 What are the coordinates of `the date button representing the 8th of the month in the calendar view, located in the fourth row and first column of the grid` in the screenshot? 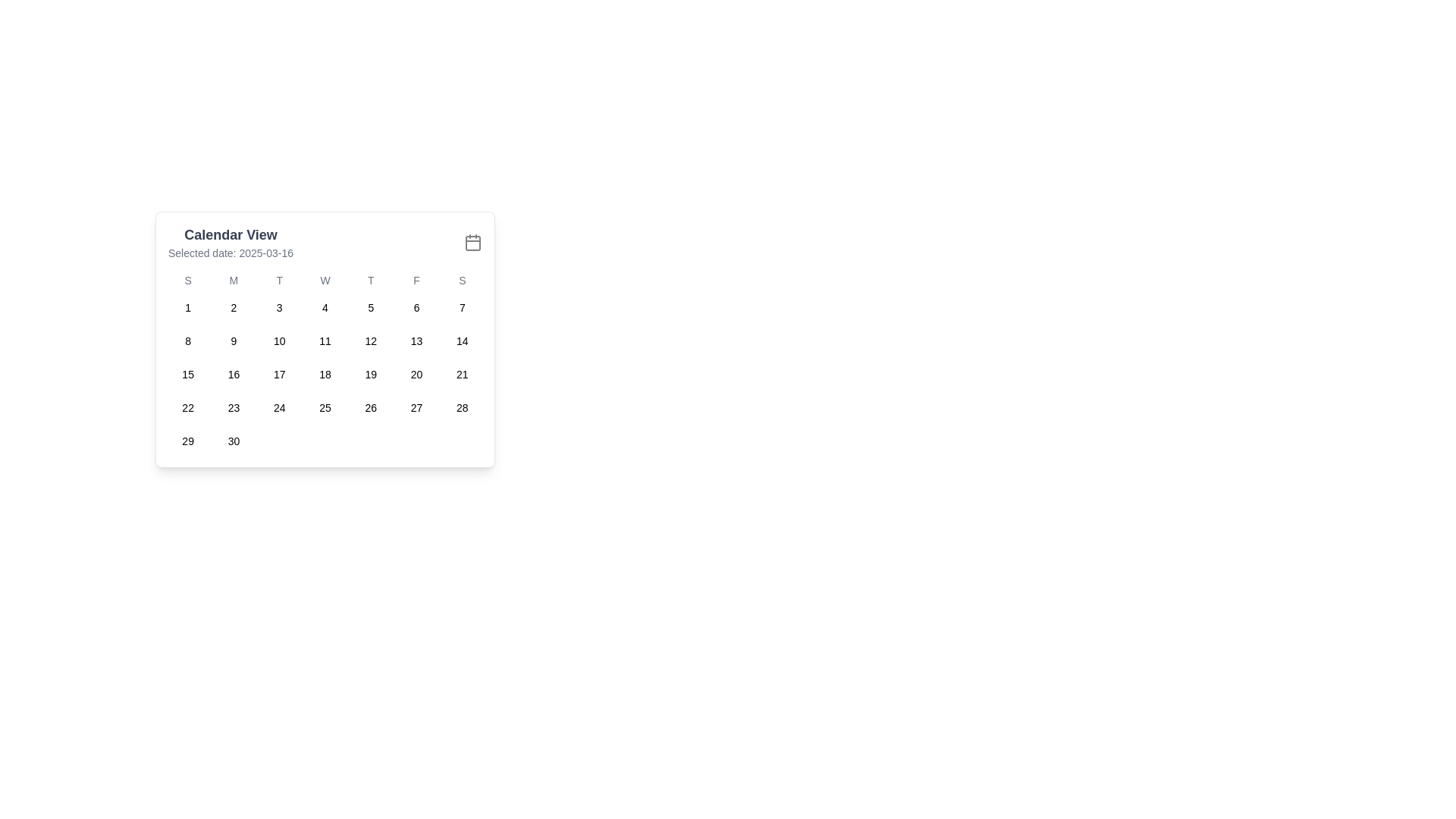 It's located at (187, 341).